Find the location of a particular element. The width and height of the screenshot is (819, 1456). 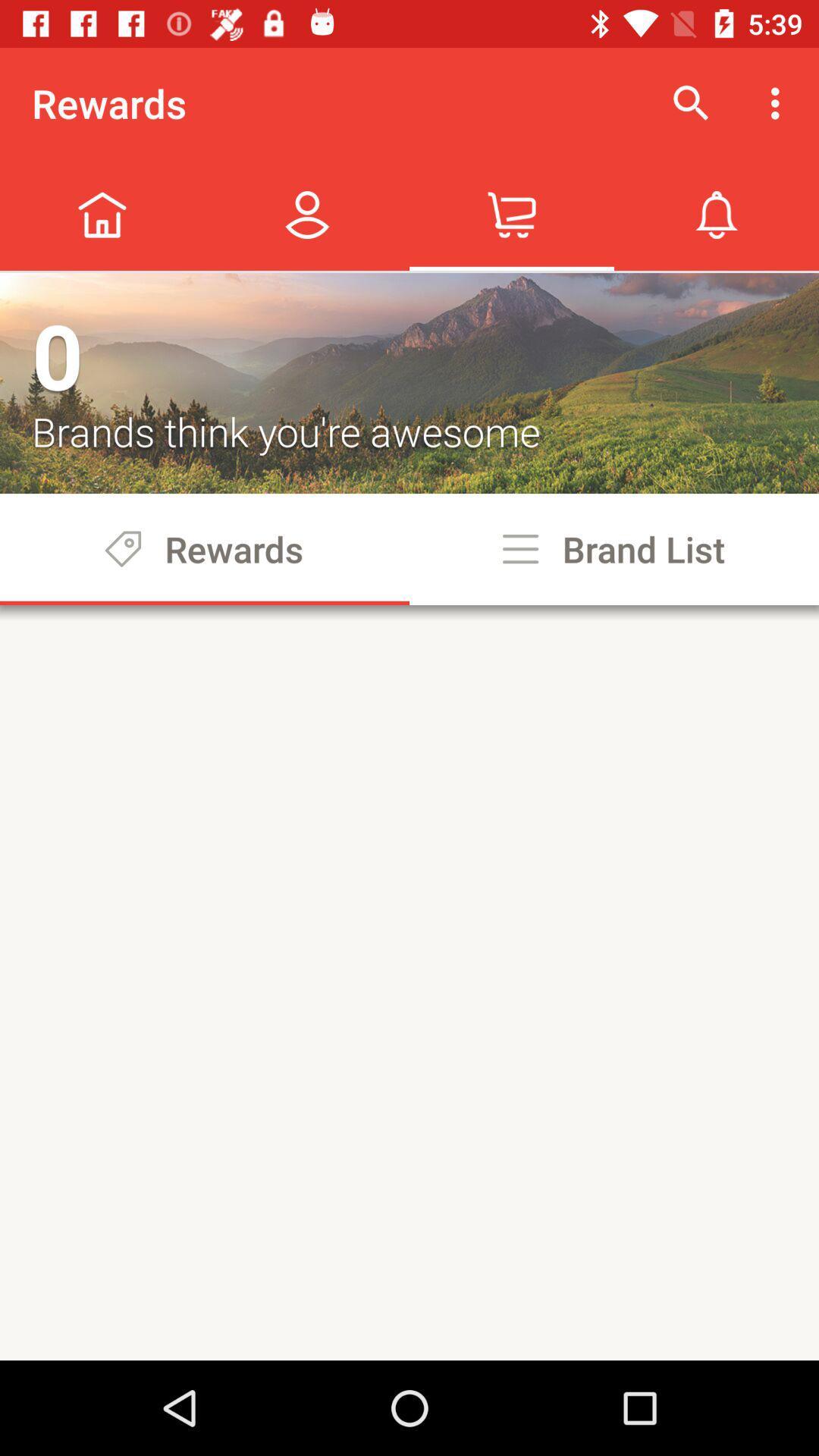

the cart is located at coordinates (512, 214).